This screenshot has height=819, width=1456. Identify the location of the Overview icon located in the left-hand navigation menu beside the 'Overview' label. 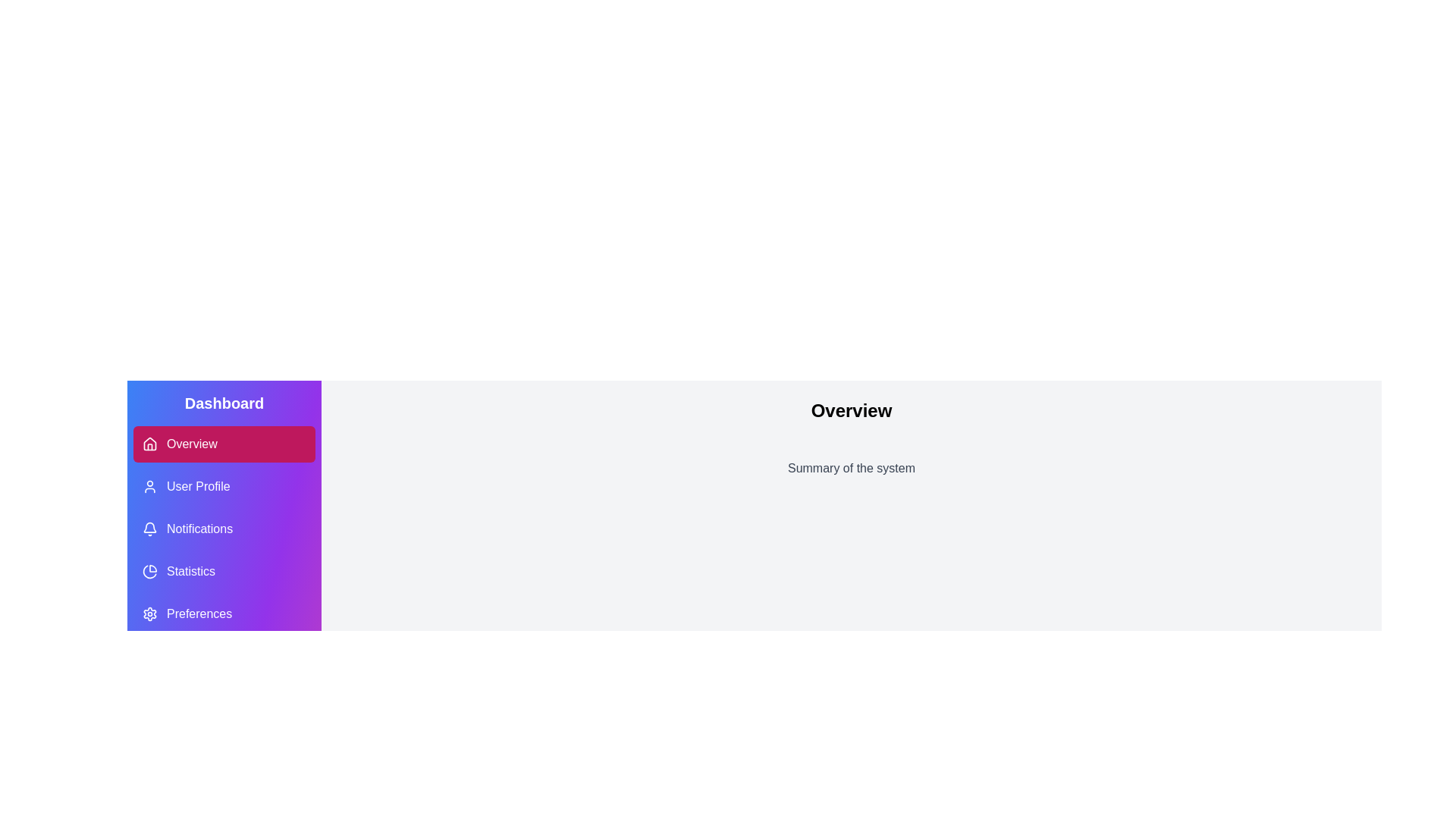
(149, 444).